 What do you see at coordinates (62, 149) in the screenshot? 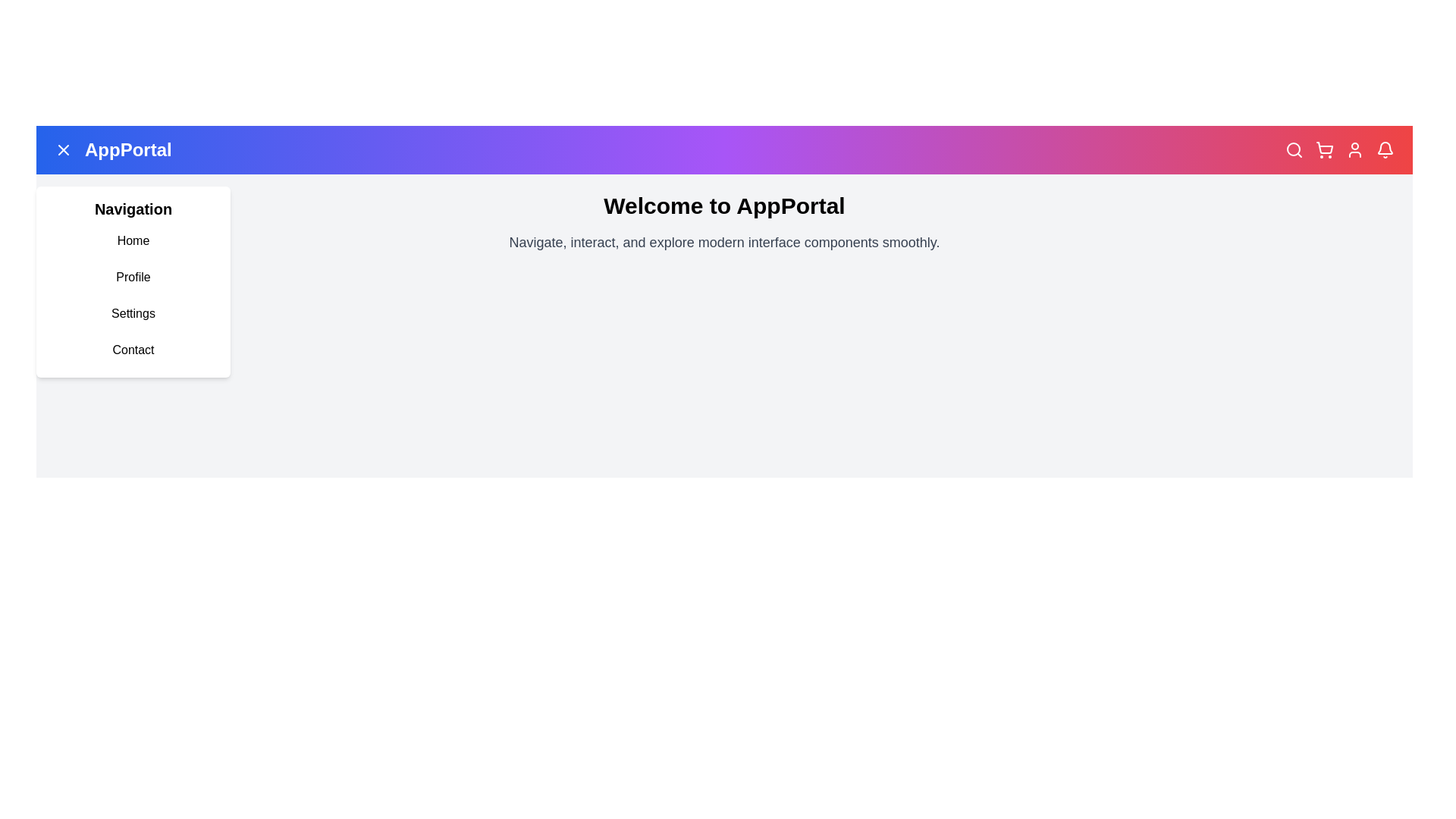
I see `the close button located in the header bar` at bounding box center [62, 149].